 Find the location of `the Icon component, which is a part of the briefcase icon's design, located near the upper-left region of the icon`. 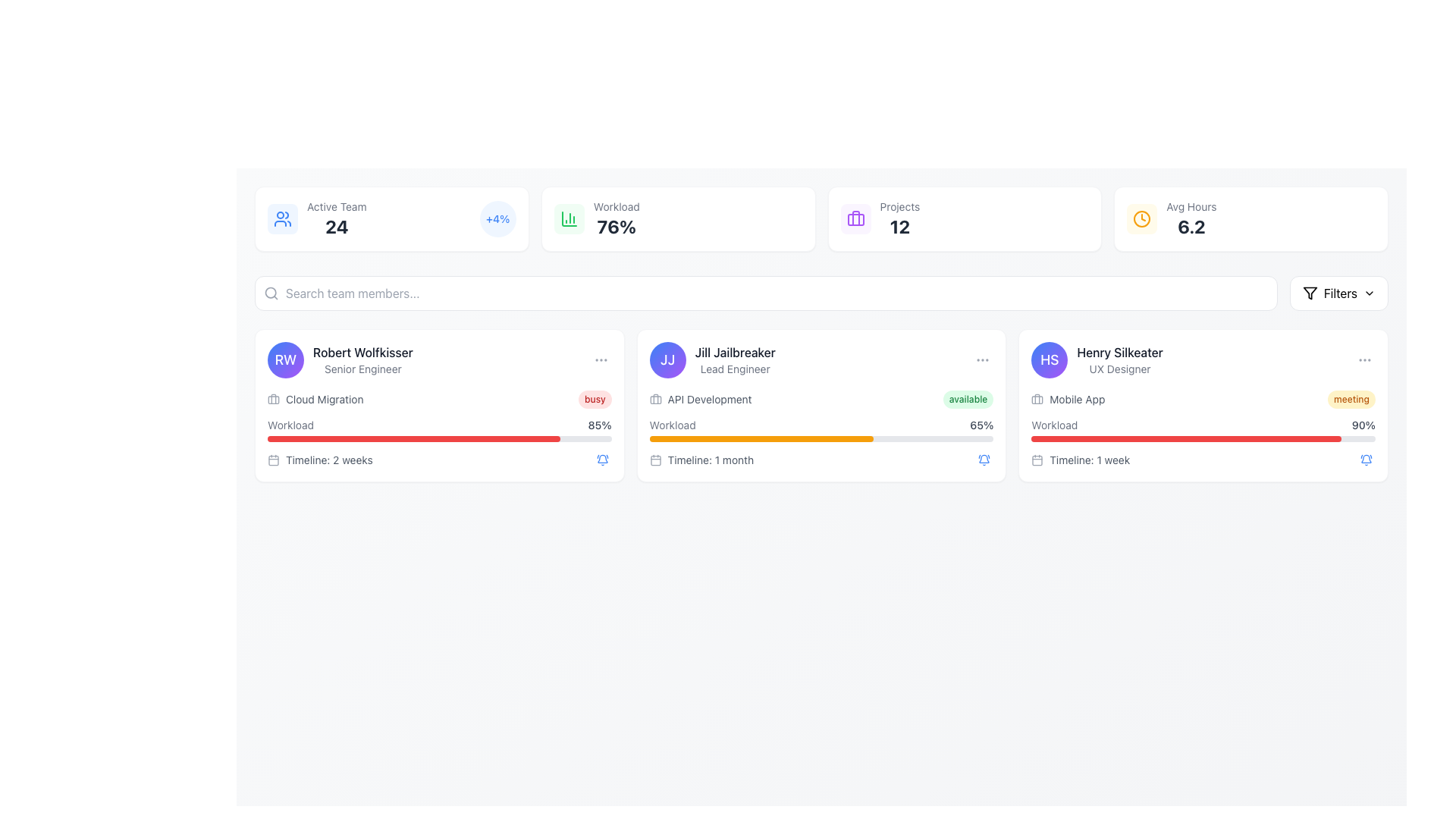

the Icon component, which is a part of the briefcase icon's design, located near the upper-left region of the icon is located at coordinates (1037, 398).